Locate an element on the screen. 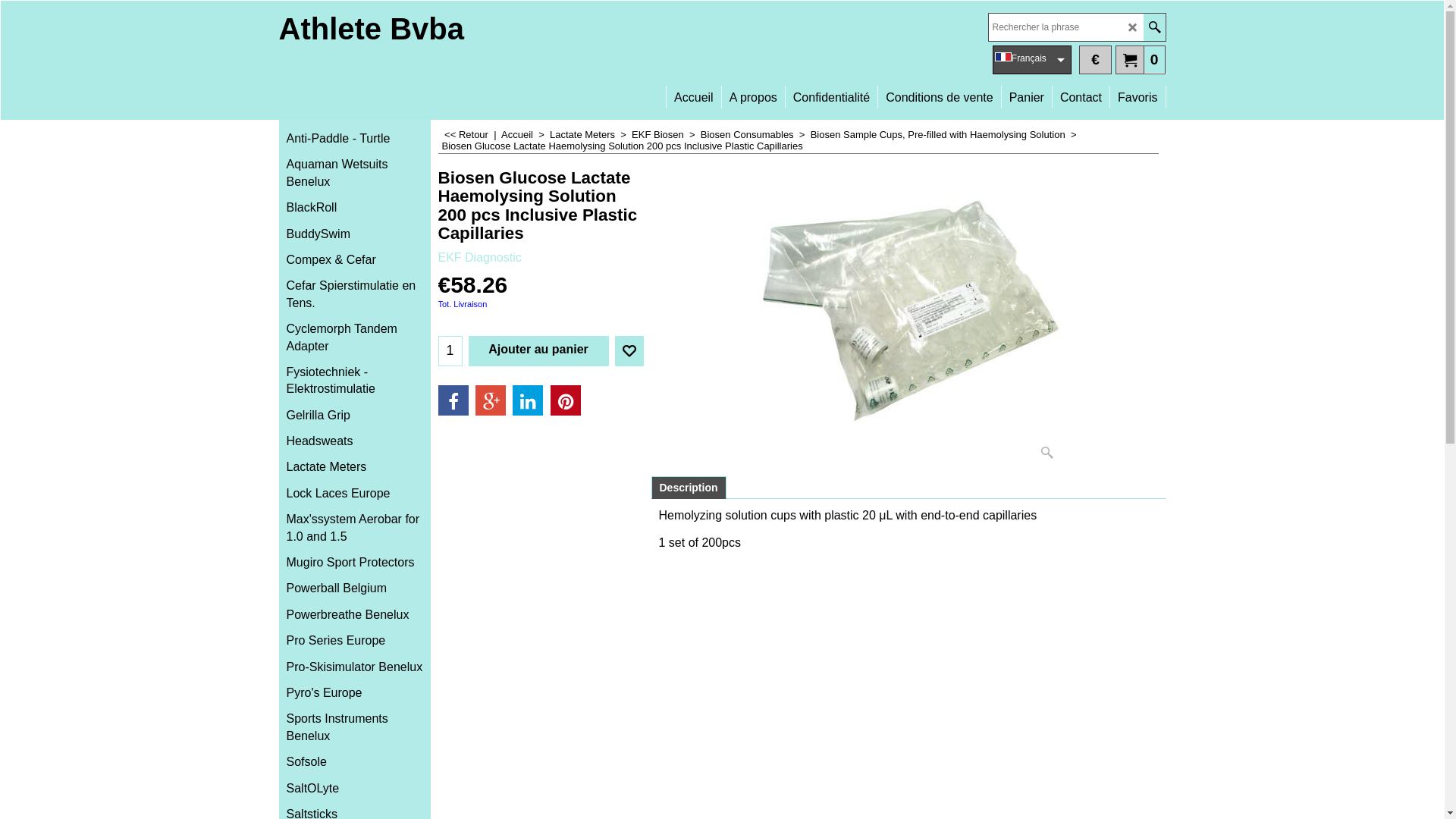 Image resolution: width=1456 pixels, height=819 pixels. 'BlackRoll' is located at coordinates (354, 207).